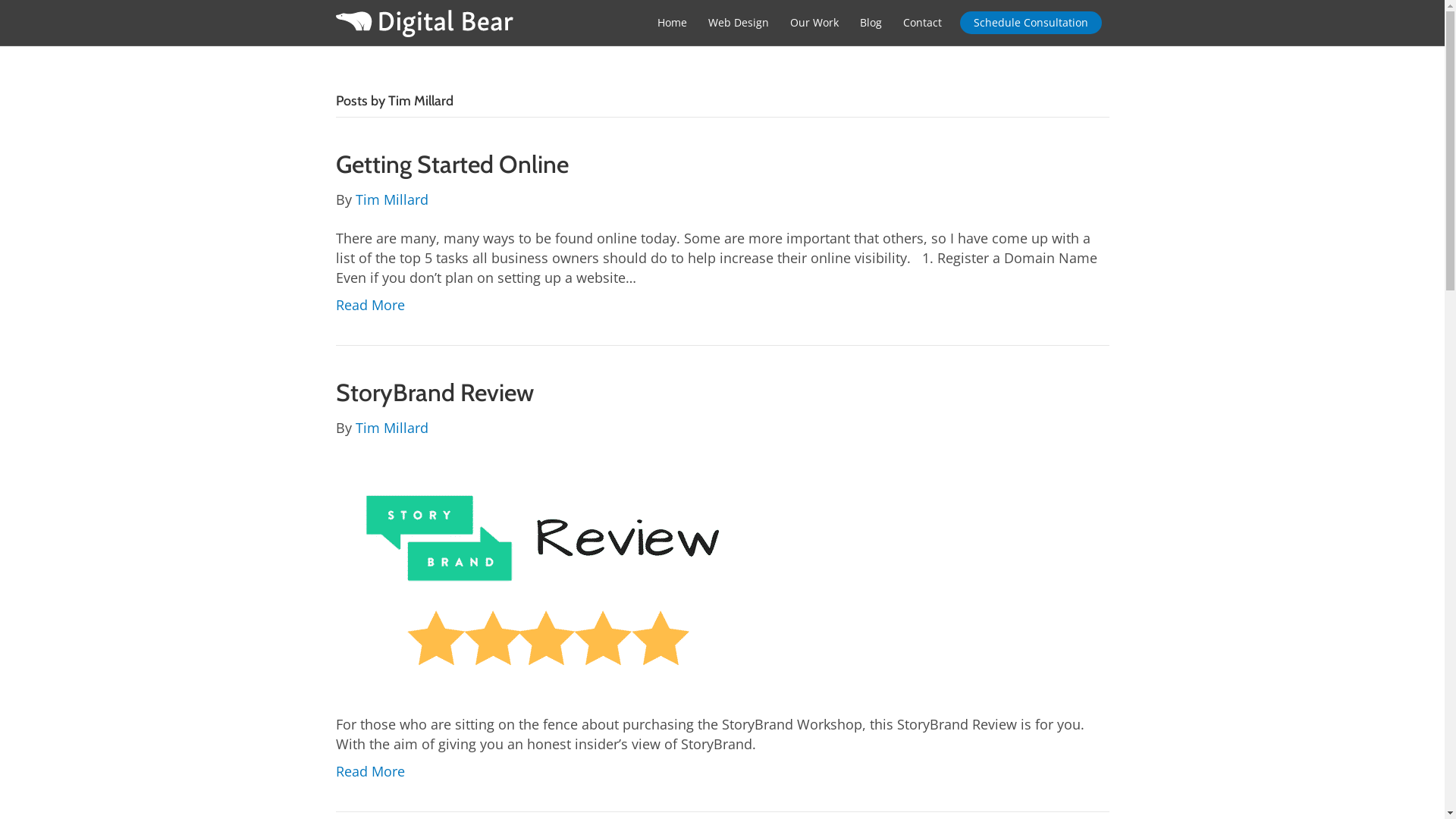  Describe the element at coordinates (369, 304) in the screenshot. I see `'Read More'` at that location.